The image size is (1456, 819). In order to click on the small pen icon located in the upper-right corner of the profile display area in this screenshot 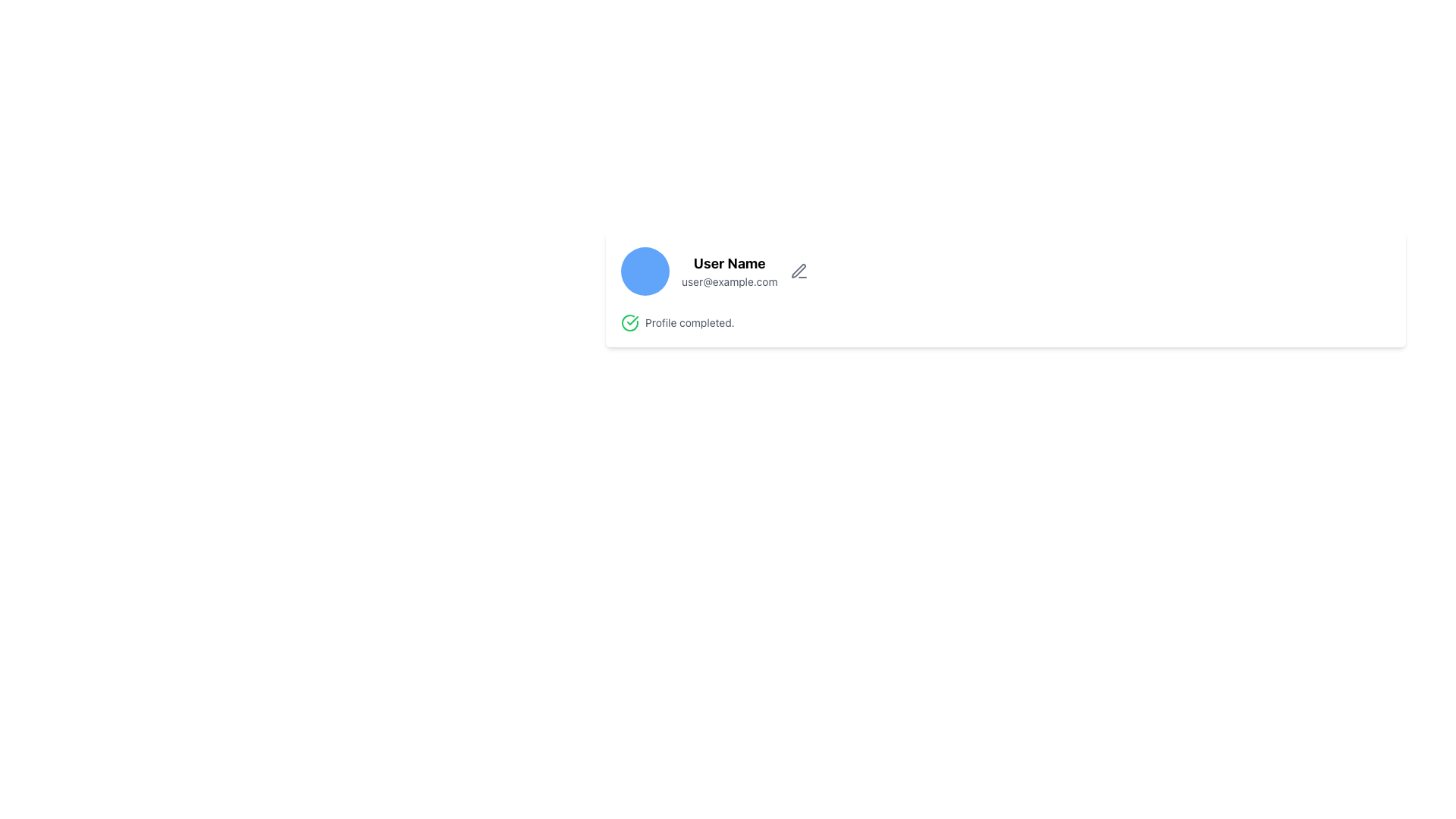, I will do `click(797, 270)`.